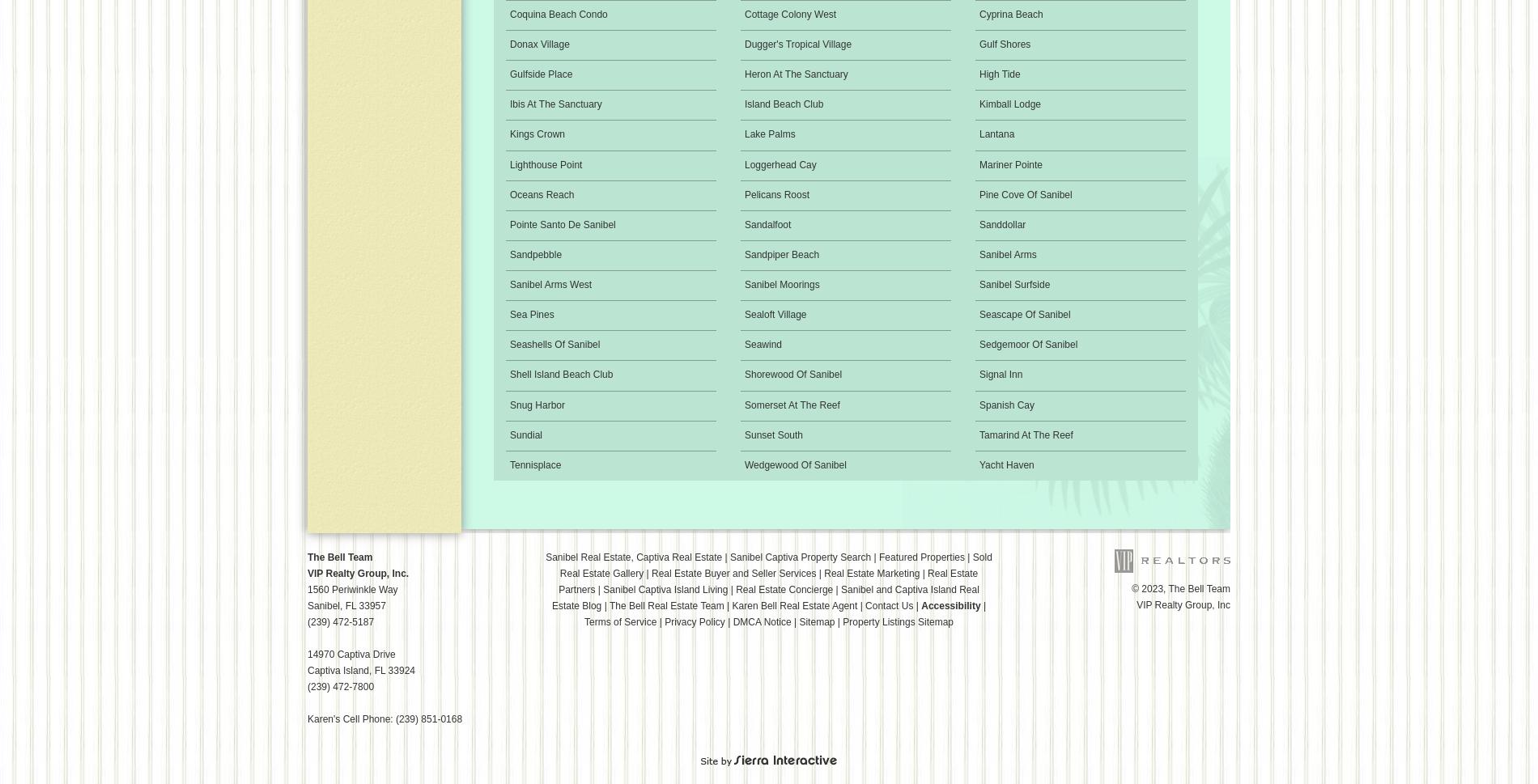 Image resolution: width=1538 pixels, height=784 pixels. What do you see at coordinates (743, 104) in the screenshot?
I see `'Island Beach Club'` at bounding box center [743, 104].